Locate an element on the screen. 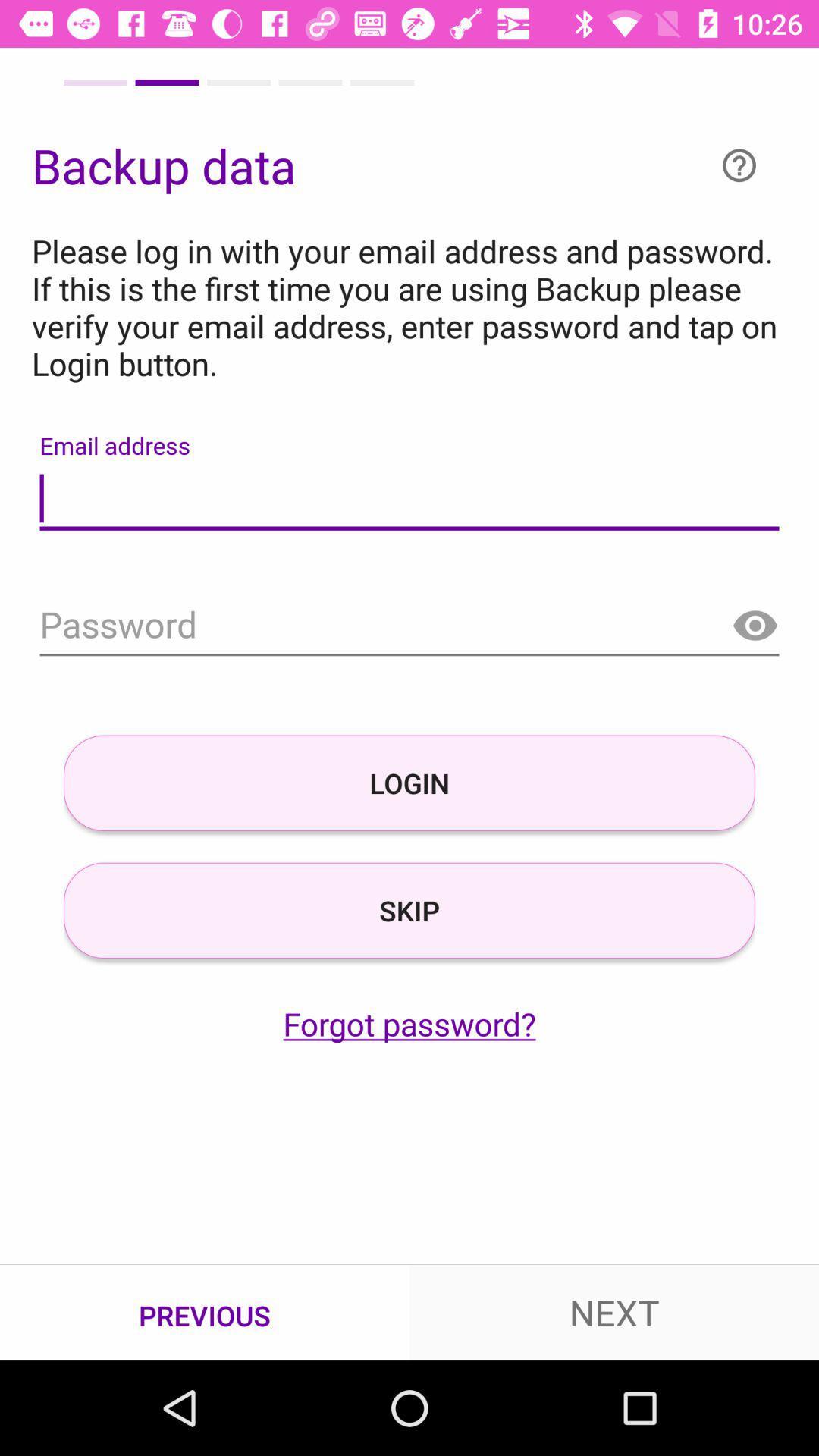  email address is located at coordinates (409, 499).